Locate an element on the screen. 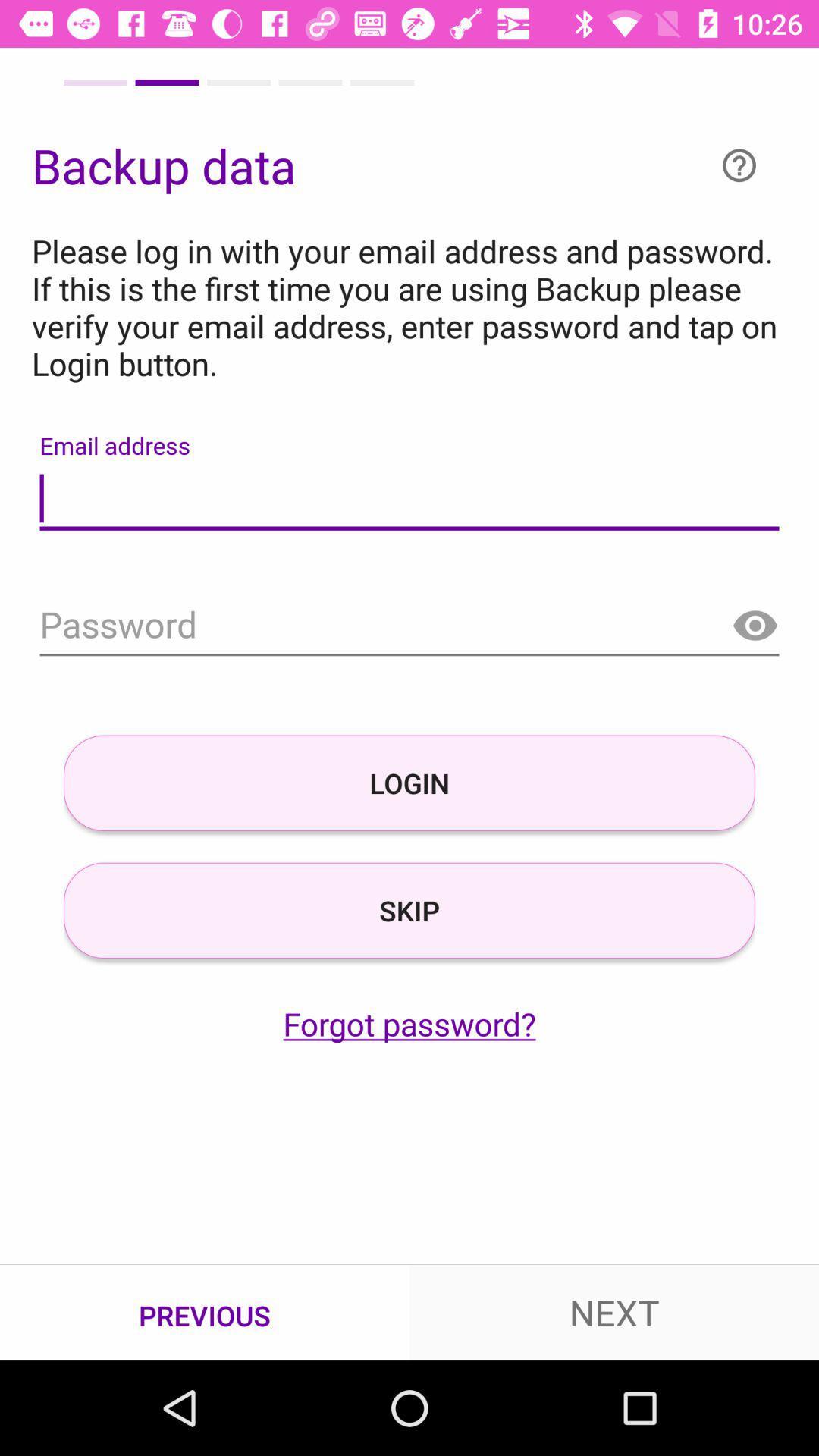  email address is located at coordinates (409, 499).